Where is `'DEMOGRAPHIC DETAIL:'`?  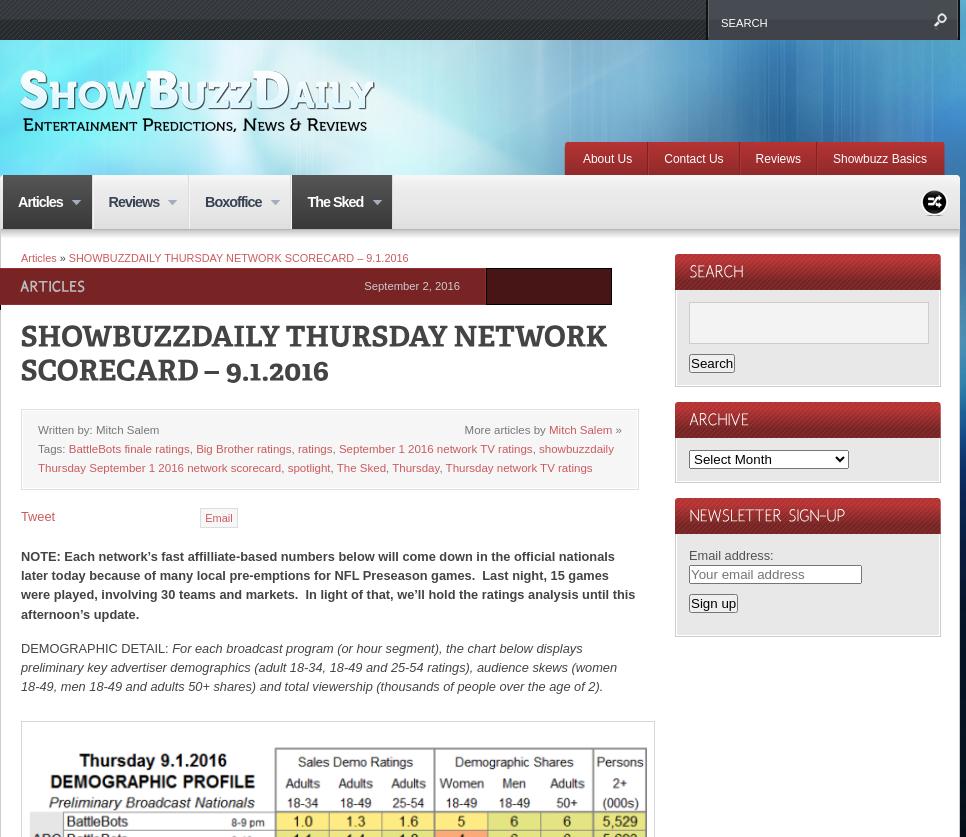 'DEMOGRAPHIC DETAIL:' is located at coordinates (95, 647).